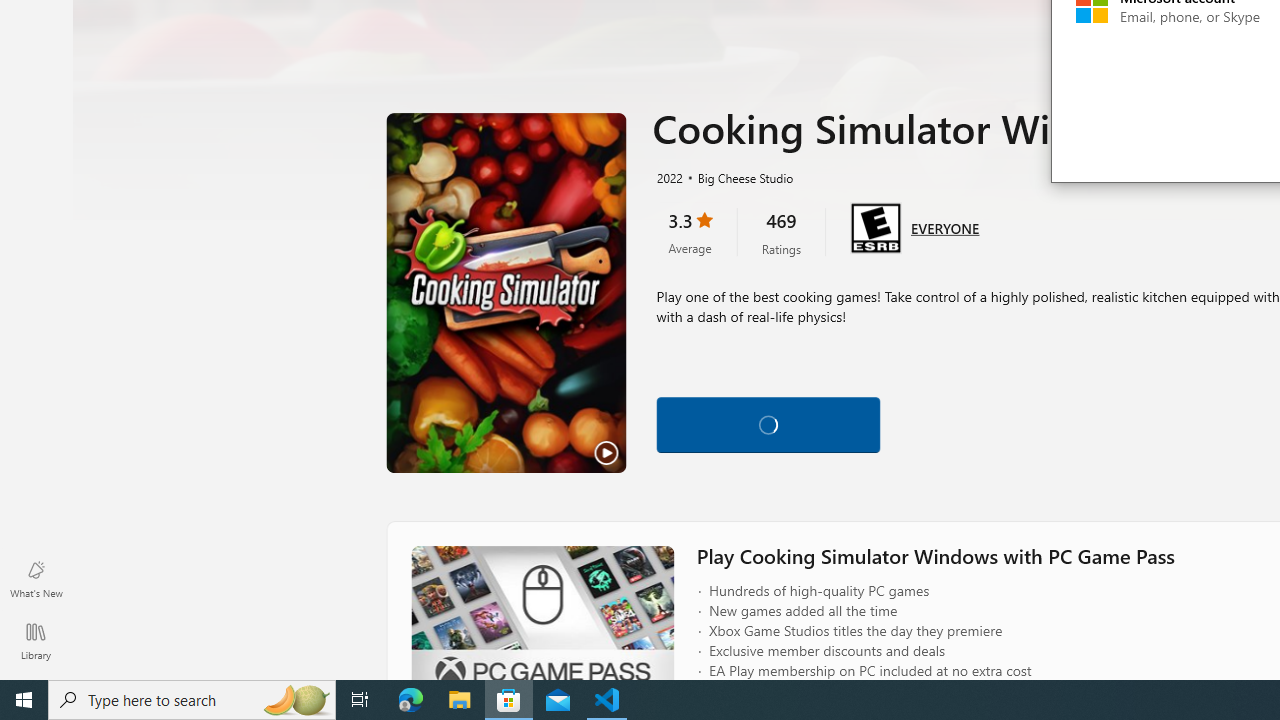  What do you see at coordinates (689, 231) in the screenshot?
I see `'3.3 stars. Click to skip to ratings and reviews'` at bounding box center [689, 231].